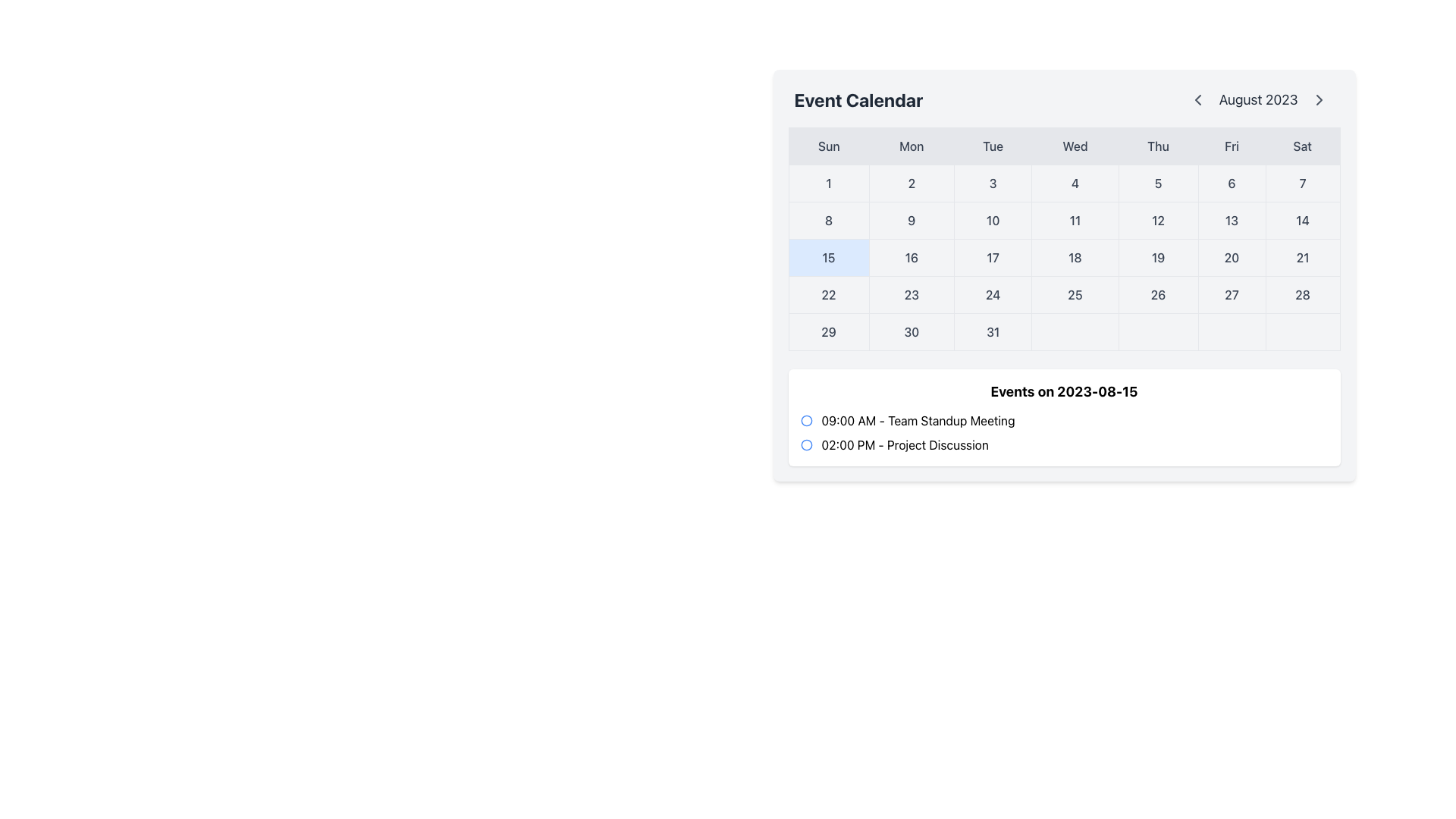 This screenshot has width=1456, height=819. What do you see at coordinates (1197, 99) in the screenshot?
I see `the Chevron Left icon located to the left of the 'August 2023' text in the calendar widget header` at bounding box center [1197, 99].